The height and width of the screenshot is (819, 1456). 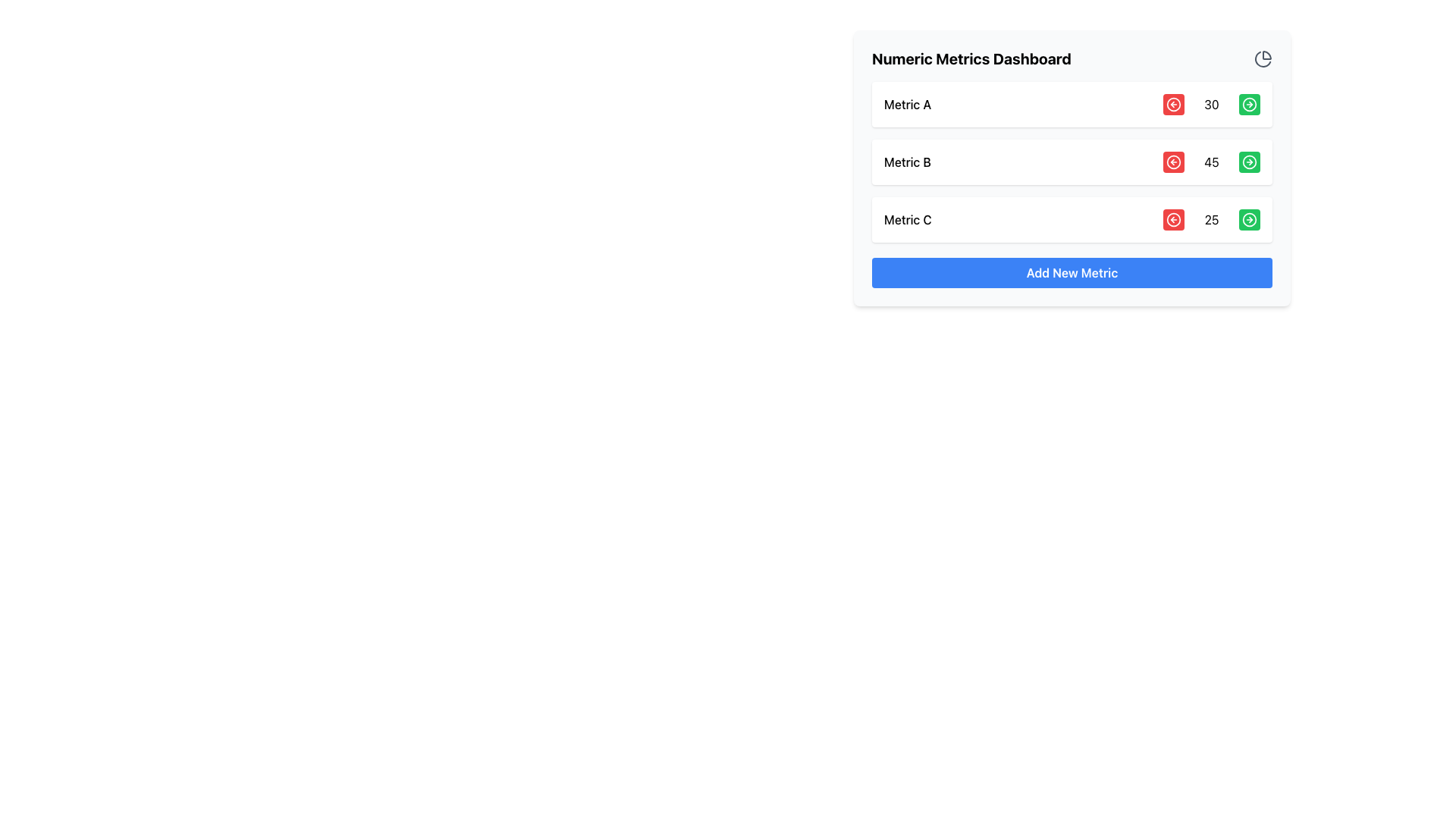 What do you see at coordinates (1249, 219) in the screenshot?
I see `the green circular button with a white arrow inside, located next to the numeric value of 'Metric C' in the 'Numeric Metrics Dashboard'` at bounding box center [1249, 219].